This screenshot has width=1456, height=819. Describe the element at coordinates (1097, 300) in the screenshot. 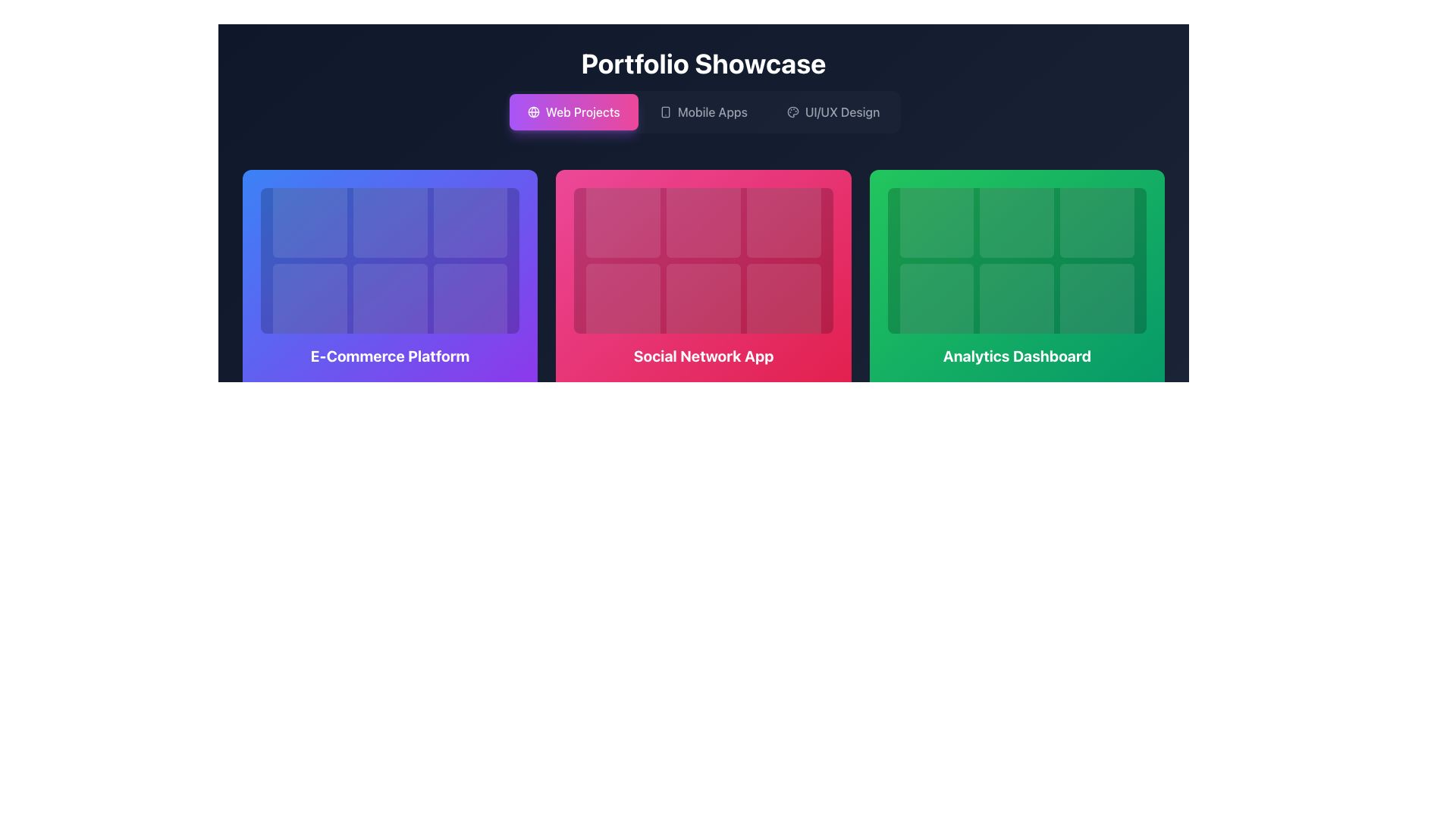

I see `the visual placeholder element located in the bottom-right corner of the 'Analytics Dashboard' card, which is the sixth square in a 3x2 grid layout` at that location.